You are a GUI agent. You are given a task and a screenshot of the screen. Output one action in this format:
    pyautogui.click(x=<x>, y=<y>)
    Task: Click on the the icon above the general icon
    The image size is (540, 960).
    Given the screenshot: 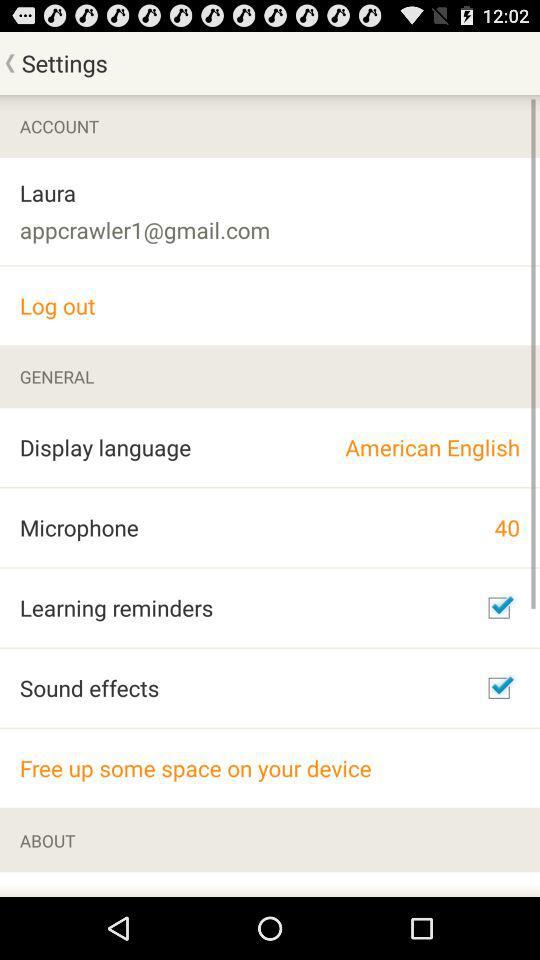 What is the action you would take?
    pyautogui.click(x=270, y=305)
    